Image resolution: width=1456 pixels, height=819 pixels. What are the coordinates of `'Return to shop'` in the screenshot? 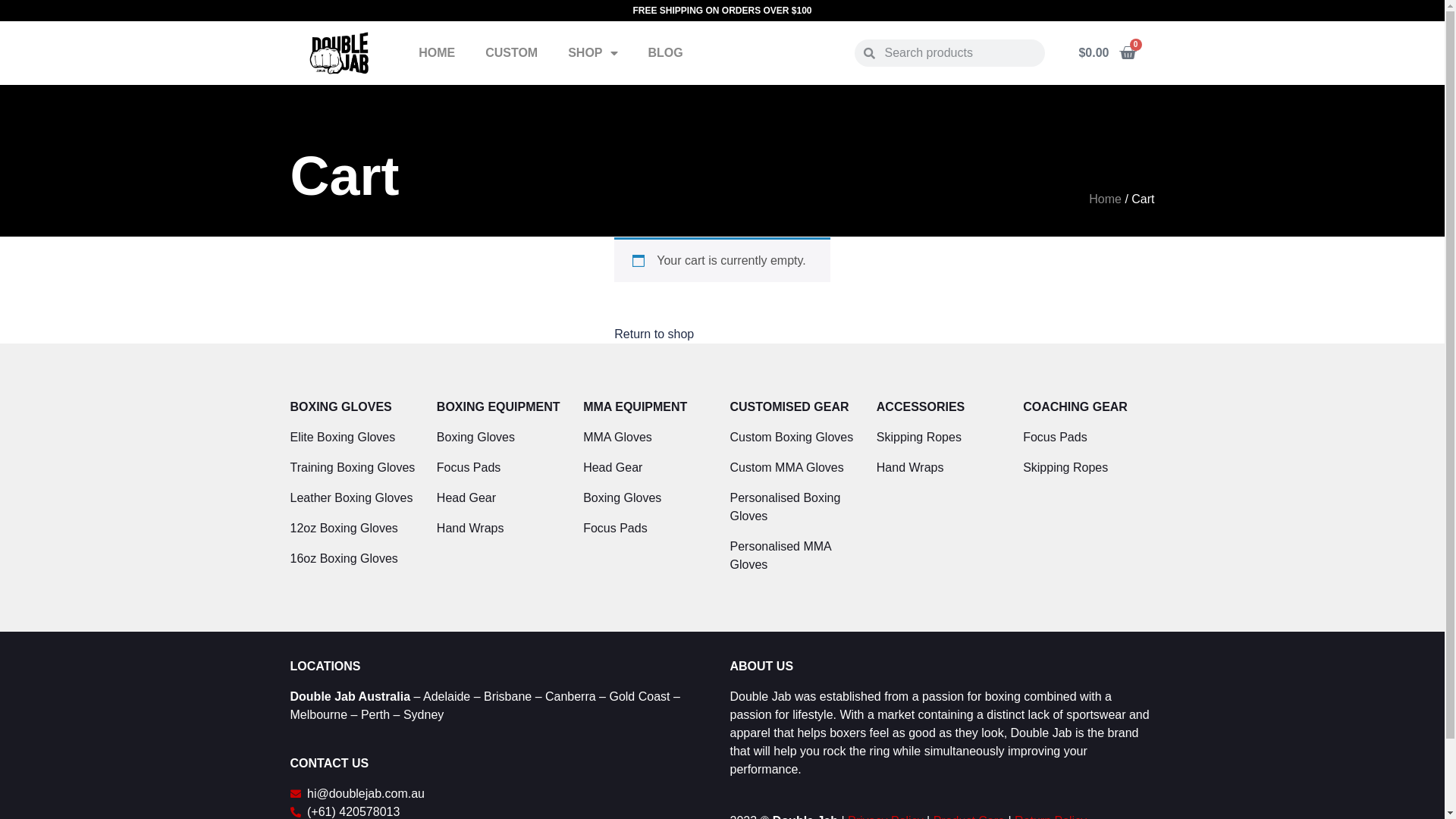 It's located at (654, 333).